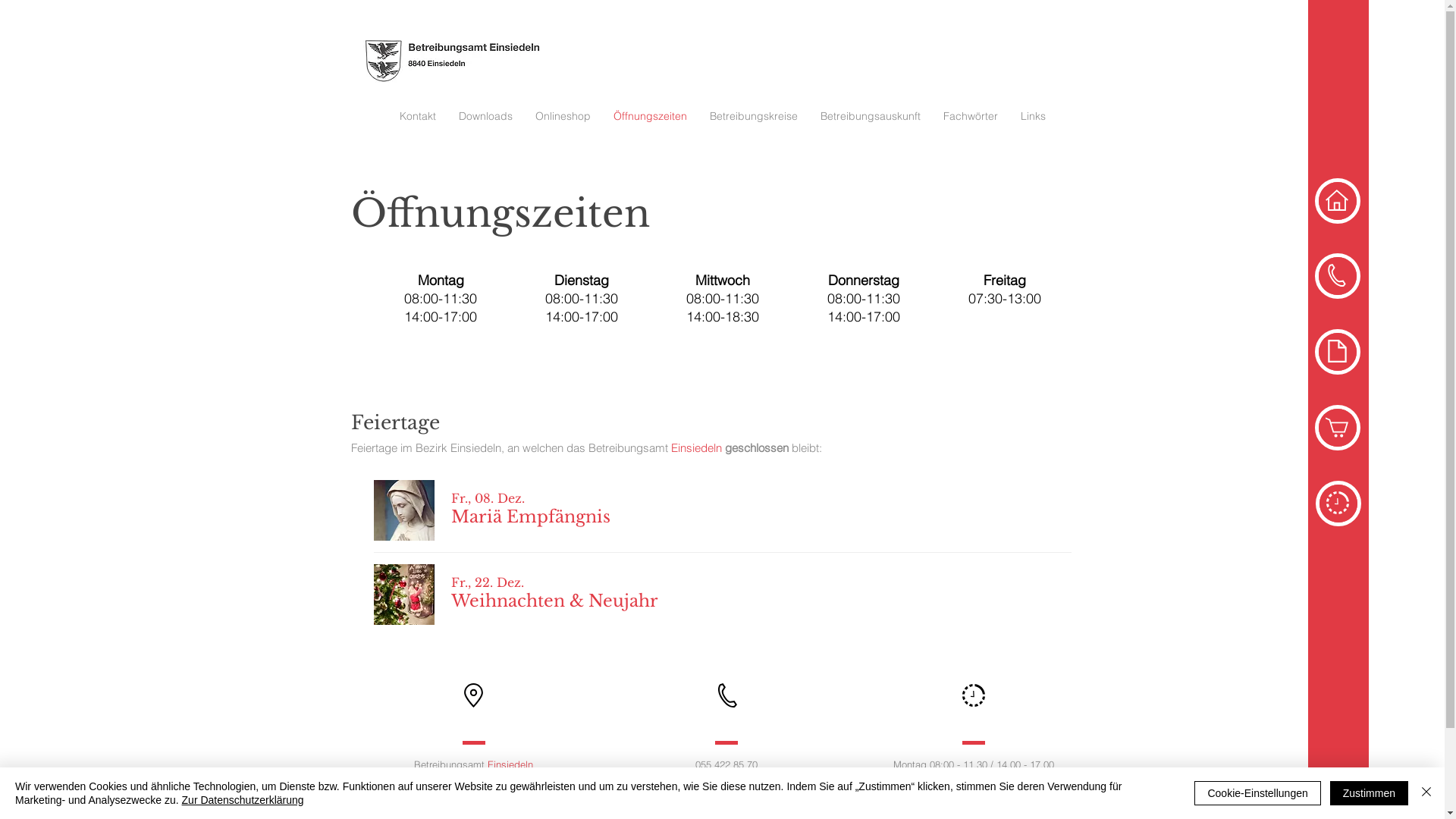 This screenshot has width=1456, height=819. I want to click on 'Cookie-Einstellungen', so click(1257, 792).